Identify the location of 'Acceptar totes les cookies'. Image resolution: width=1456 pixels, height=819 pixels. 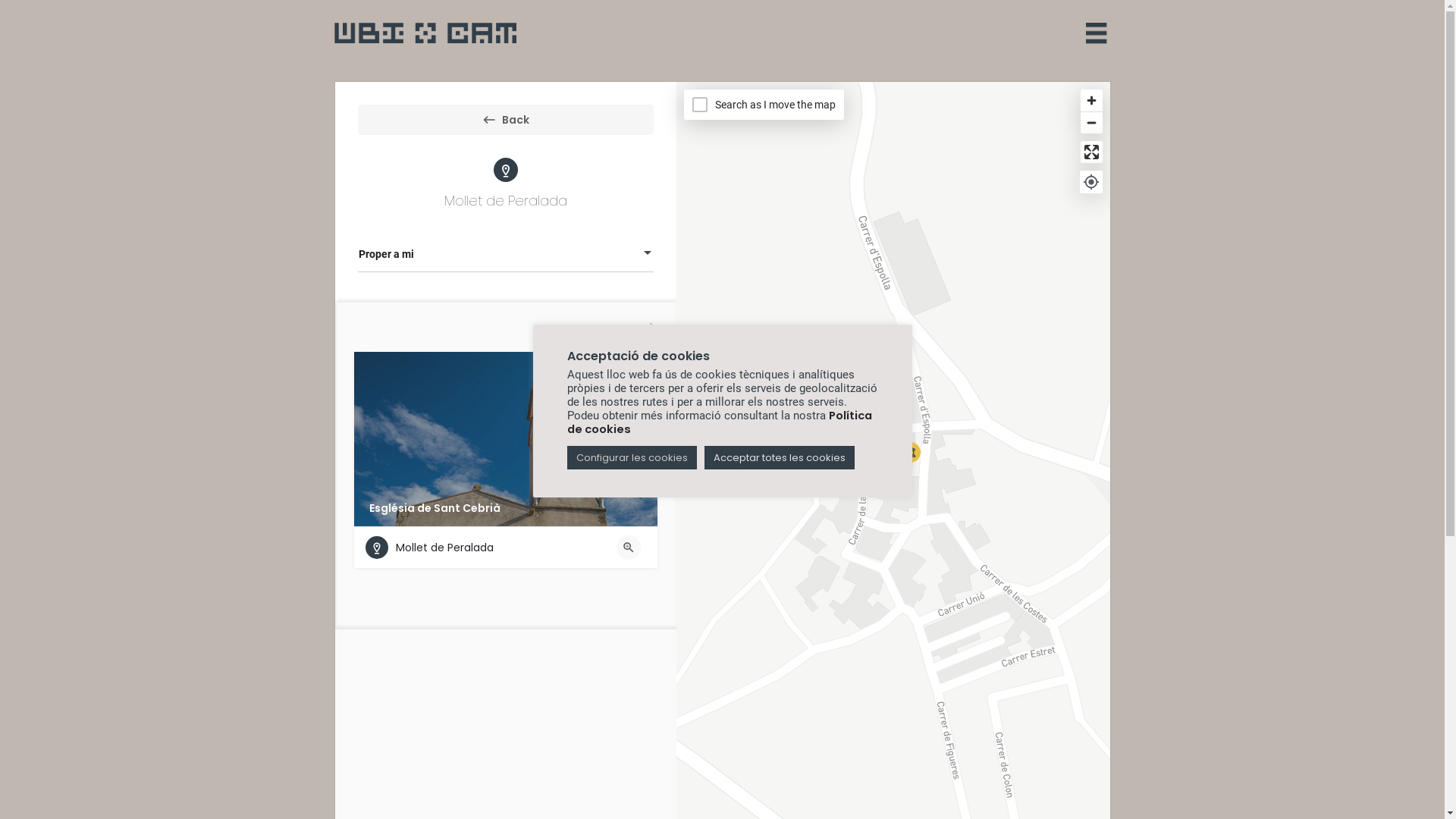
(779, 457).